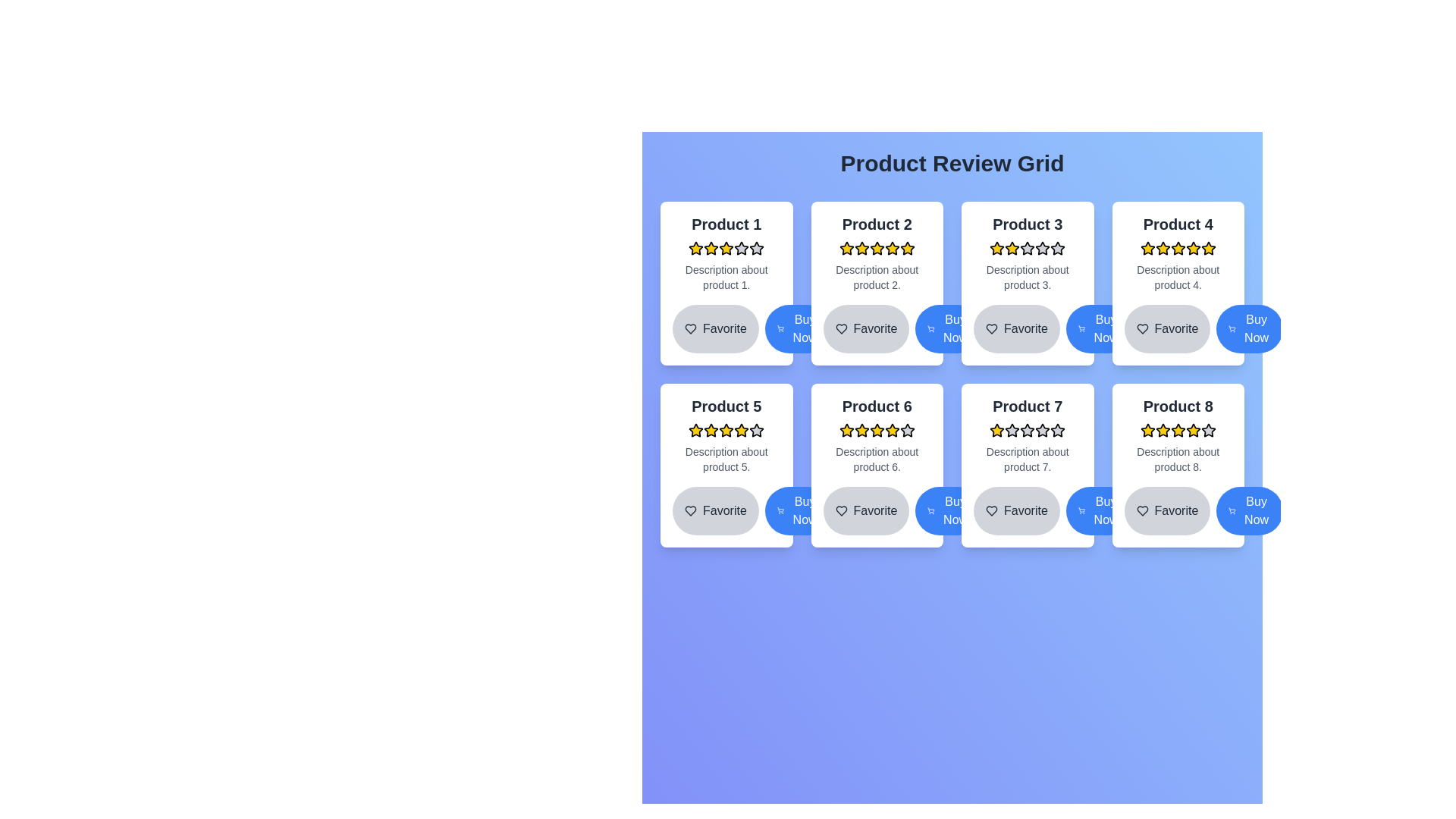  Describe the element at coordinates (997, 247) in the screenshot. I see `the first yellow star in the star rating system for 'Product 3' to associate it with the product's overall rating` at that location.